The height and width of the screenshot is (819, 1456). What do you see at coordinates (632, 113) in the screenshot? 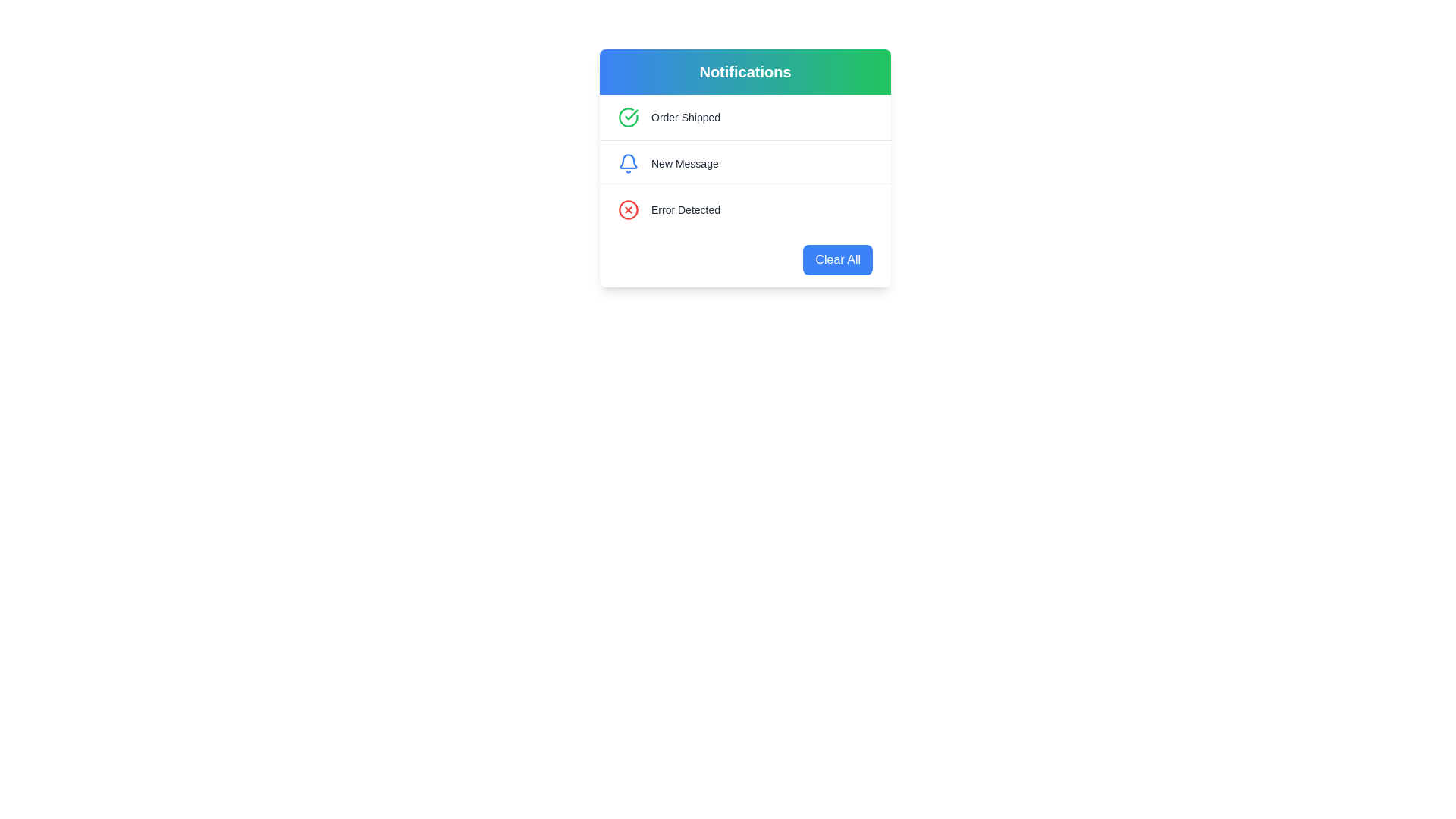
I see `the shipped status icon located to the left of the 'Order Shipped' text in the top notification item` at bounding box center [632, 113].